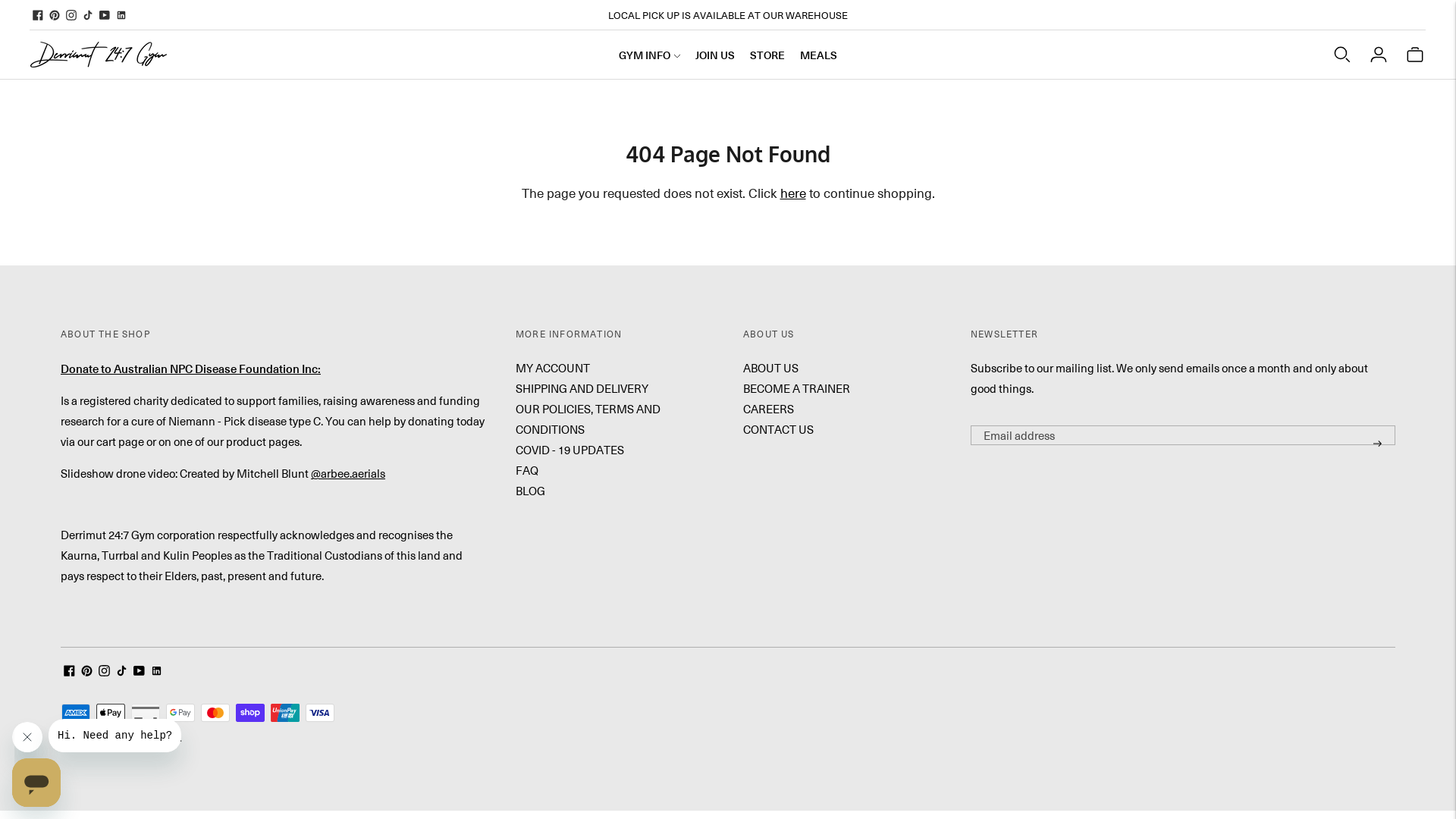 Image resolution: width=1456 pixels, height=819 pixels. What do you see at coordinates (799, 54) in the screenshot?
I see `'MEALS'` at bounding box center [799, 54].